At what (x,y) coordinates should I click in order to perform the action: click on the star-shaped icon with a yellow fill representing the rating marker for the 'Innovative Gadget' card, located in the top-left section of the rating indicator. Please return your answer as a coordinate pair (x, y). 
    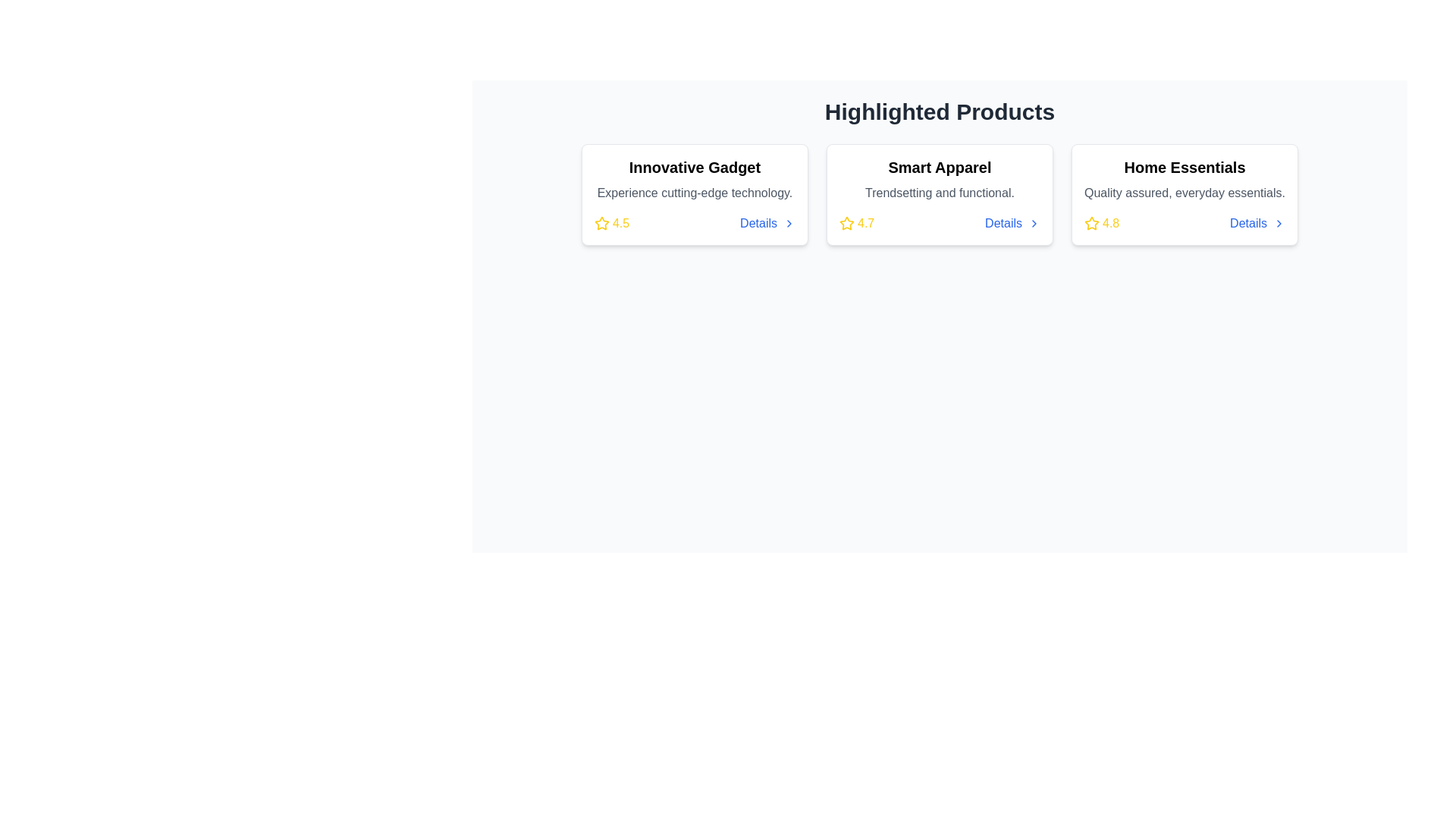
    Looking at the image, I should click on (601, 223).